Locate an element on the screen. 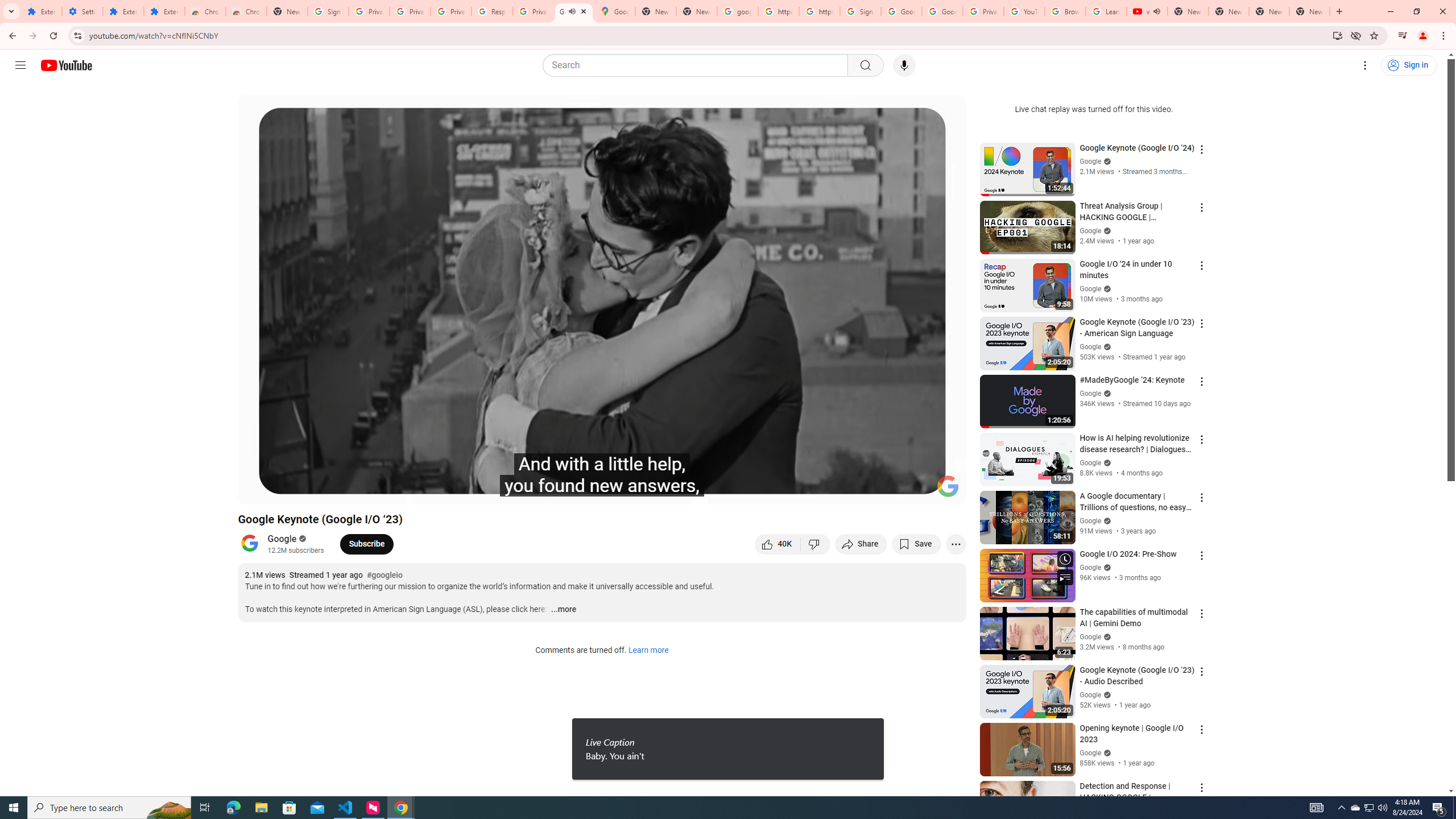  'Subscribe to Google.' is located at coordinates (366, 543).